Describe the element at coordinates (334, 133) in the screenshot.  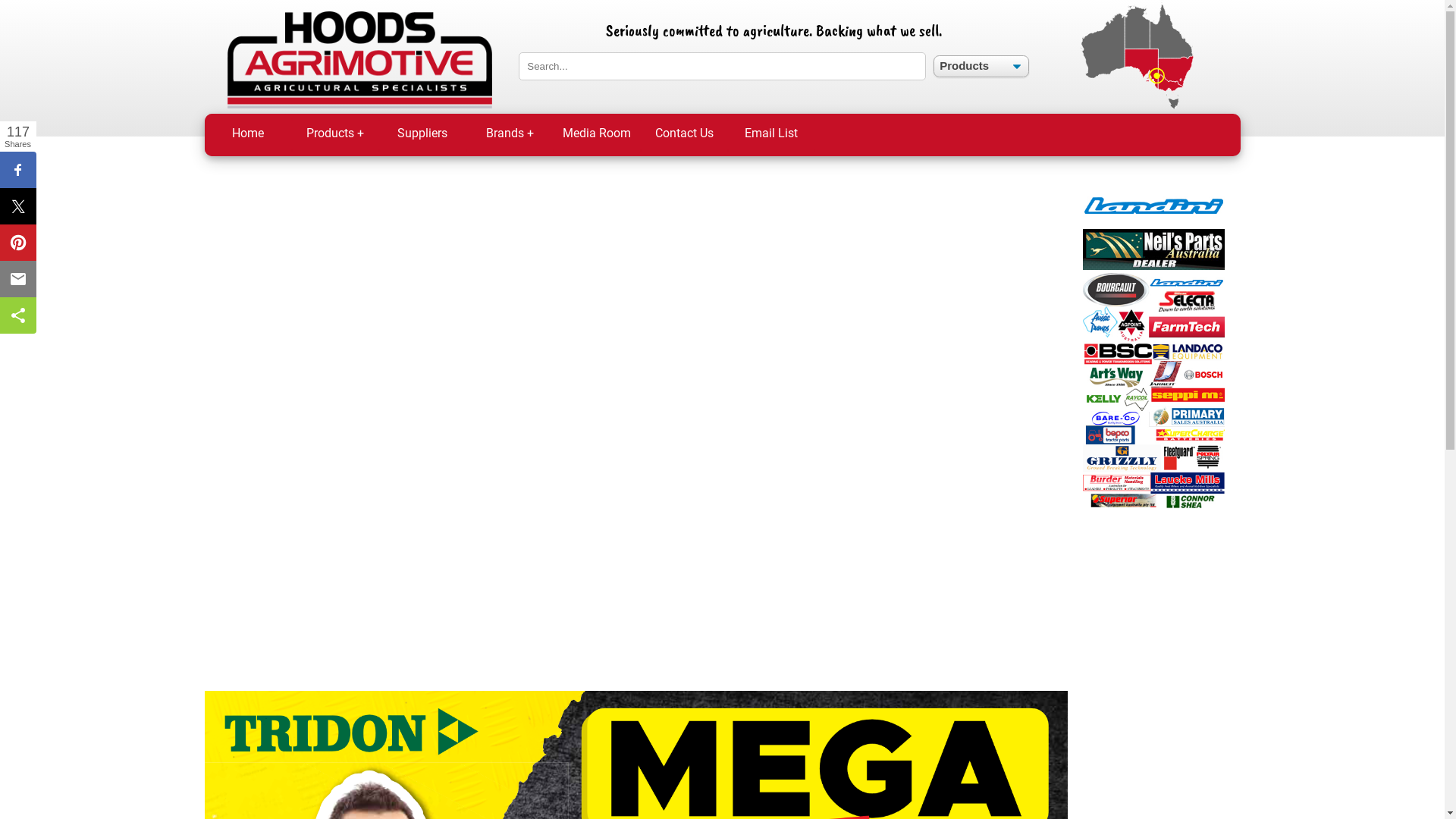
I see `'Products +'` at that location.